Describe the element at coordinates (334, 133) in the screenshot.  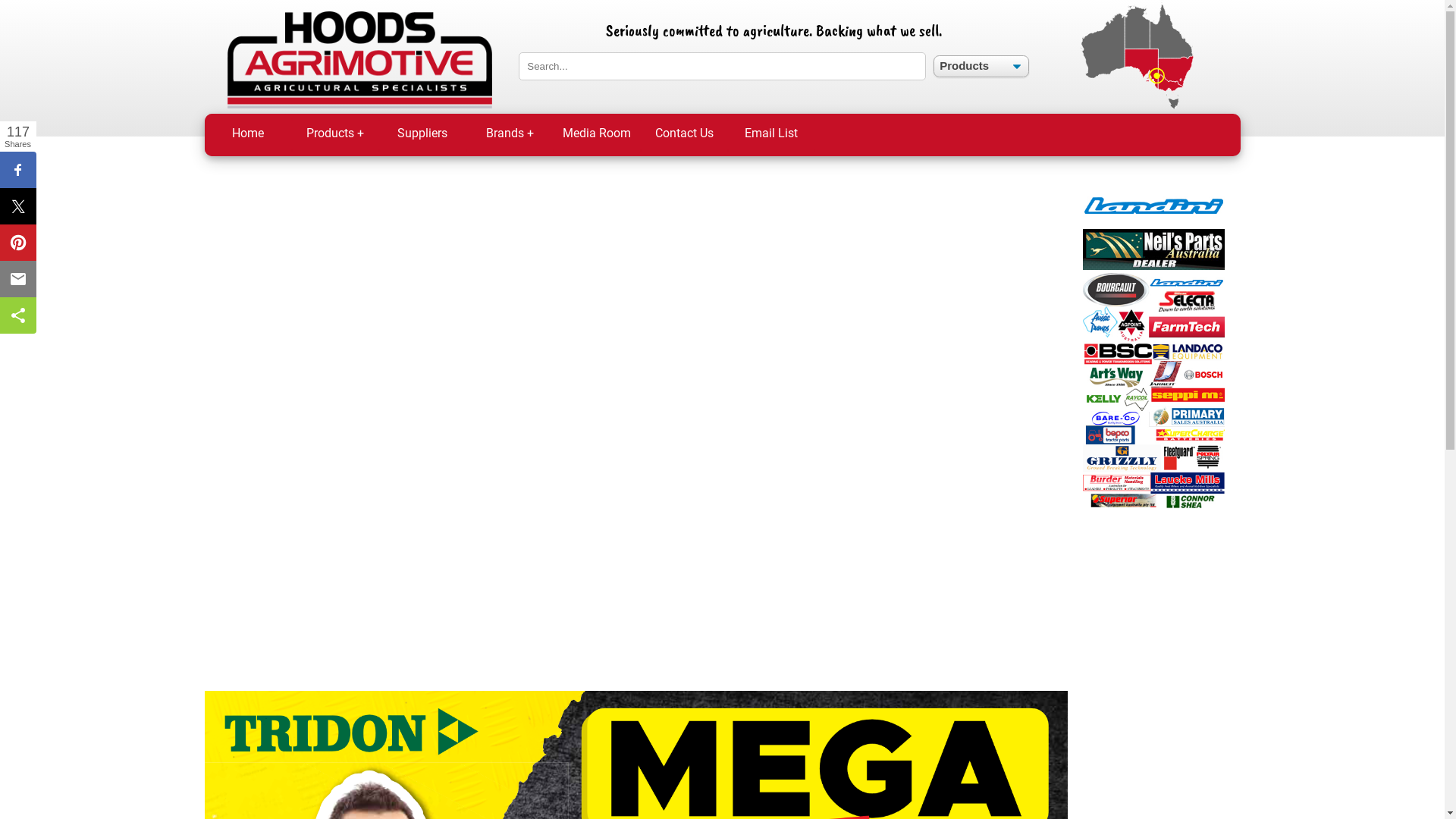
I see `'Products +'` at that location.